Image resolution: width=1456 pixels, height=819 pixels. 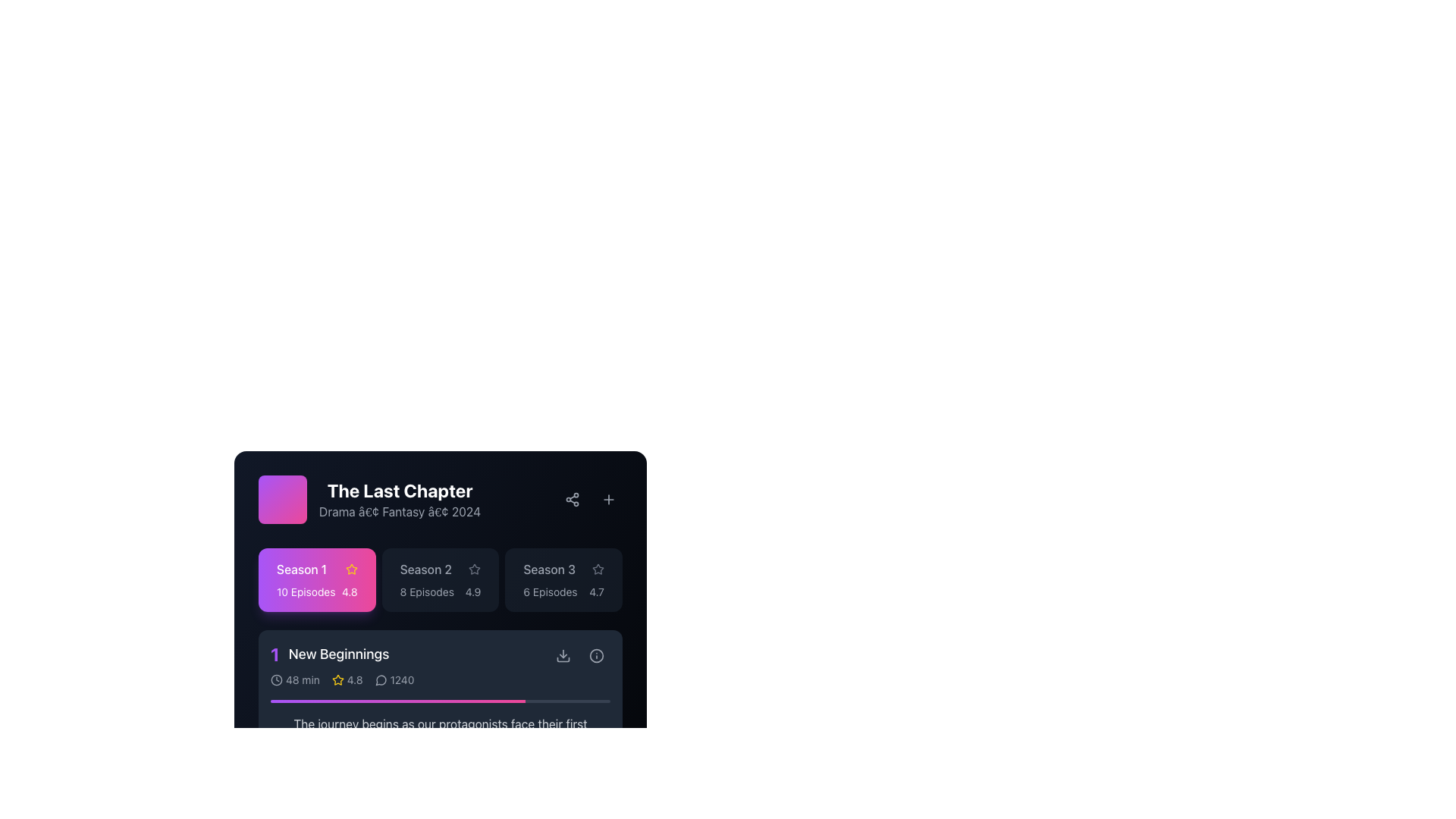 What do you see at coordinates (473, 568) in the screenshot?
I see `the gray star icon with an outline design that serves as a rating or favorite indicator, located adjacent to the 'Season 2' label` at bounding box center [473, 568].